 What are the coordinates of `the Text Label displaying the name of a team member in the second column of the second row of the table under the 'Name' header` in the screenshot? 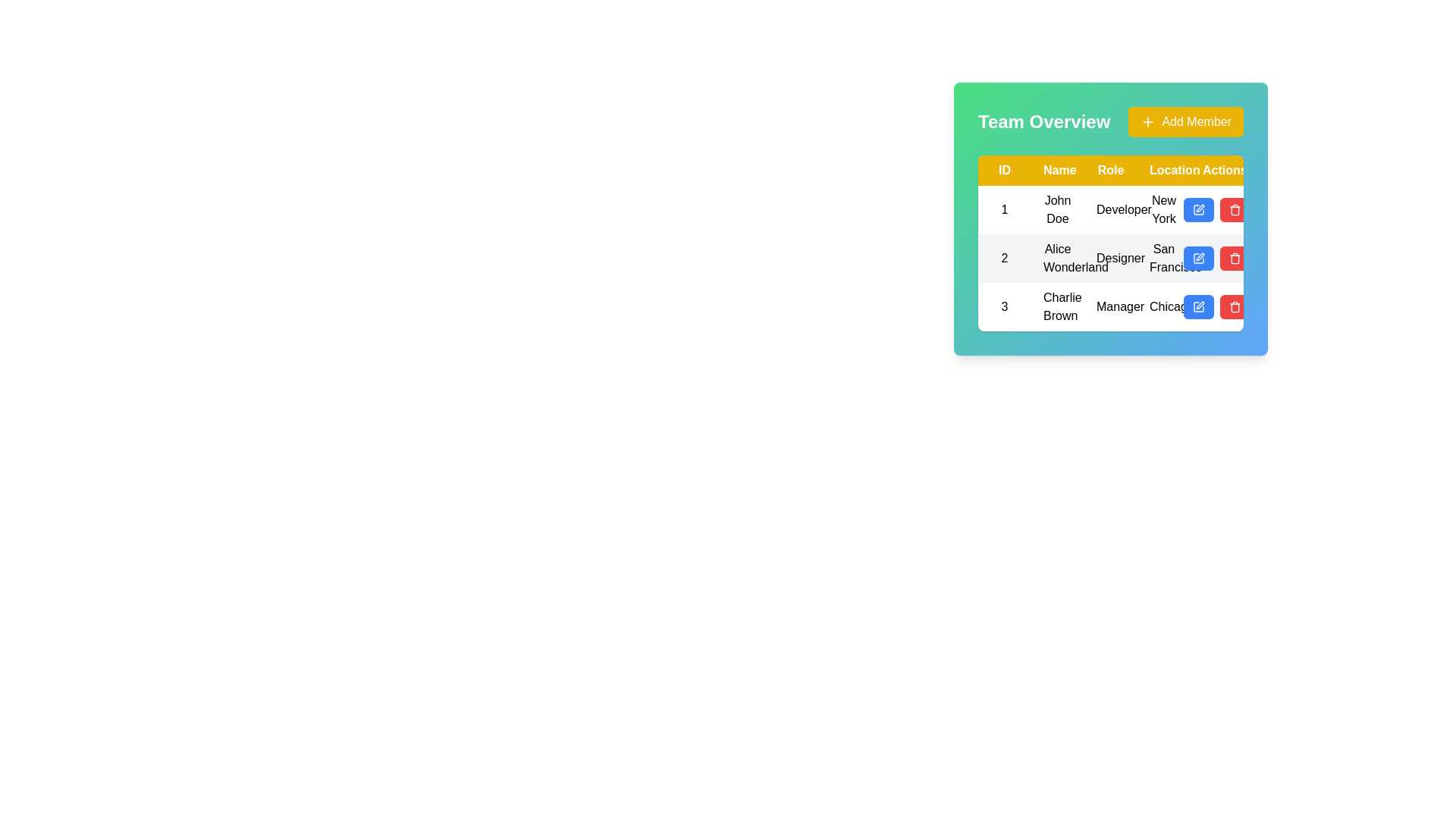 It's located at (1057, 257).